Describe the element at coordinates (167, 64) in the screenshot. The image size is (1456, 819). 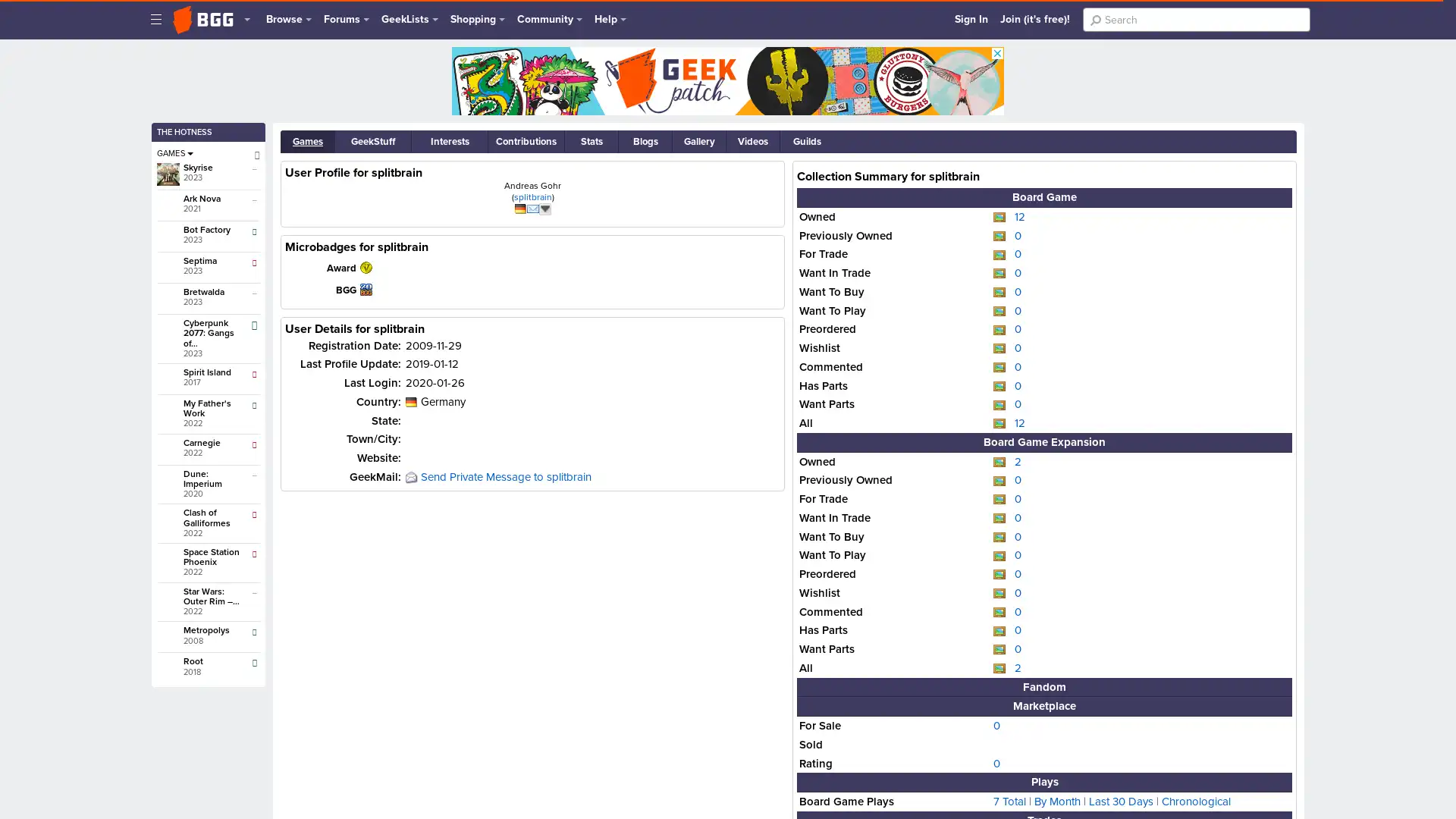
I see `Skip Sidebar` at that location.